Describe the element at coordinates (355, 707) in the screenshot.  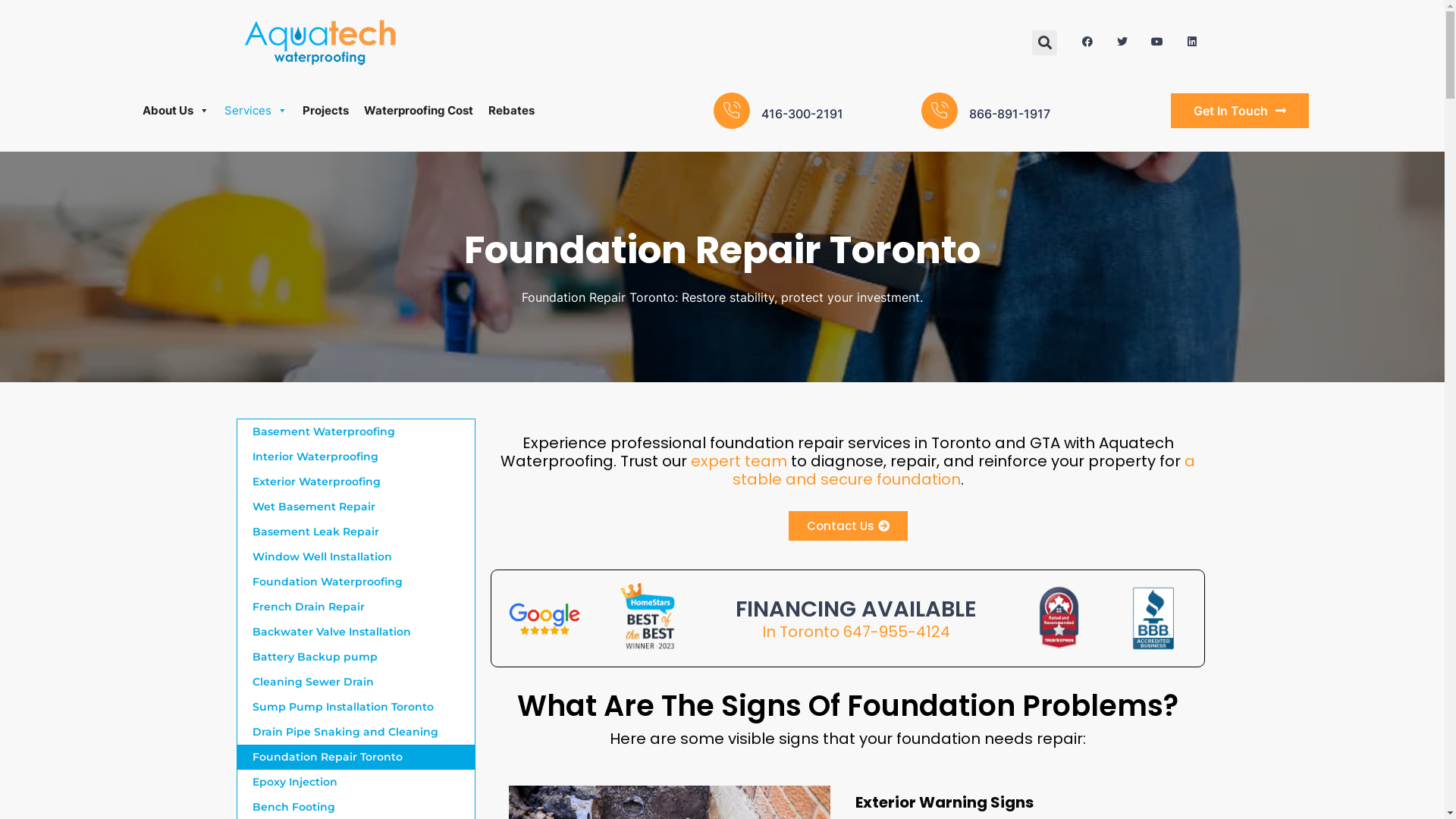
I see `'Sump Pump Installation Toronto'` at that location.